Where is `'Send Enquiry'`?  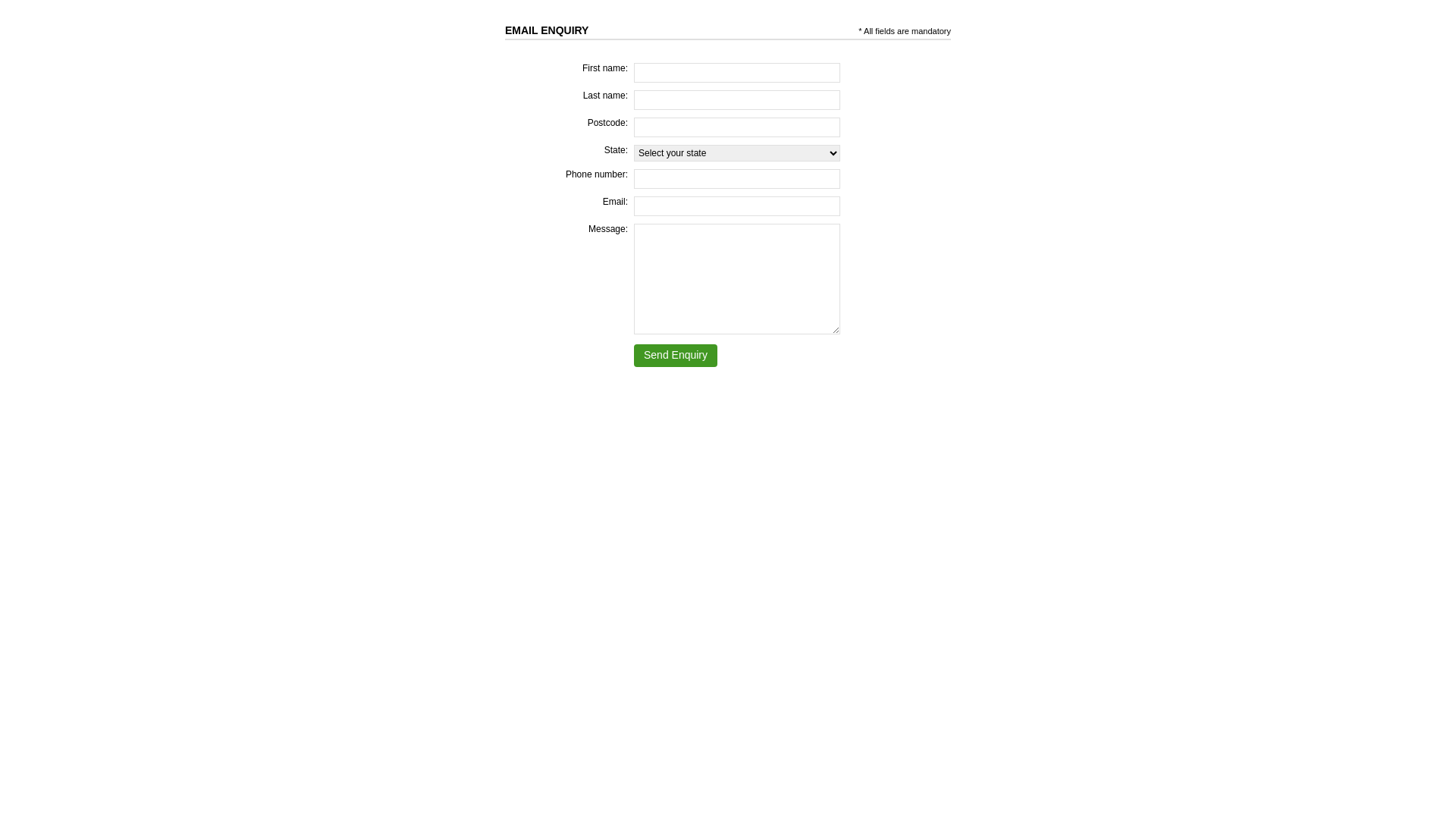 'Send Enquiry' is located at coordinates (675, 356).